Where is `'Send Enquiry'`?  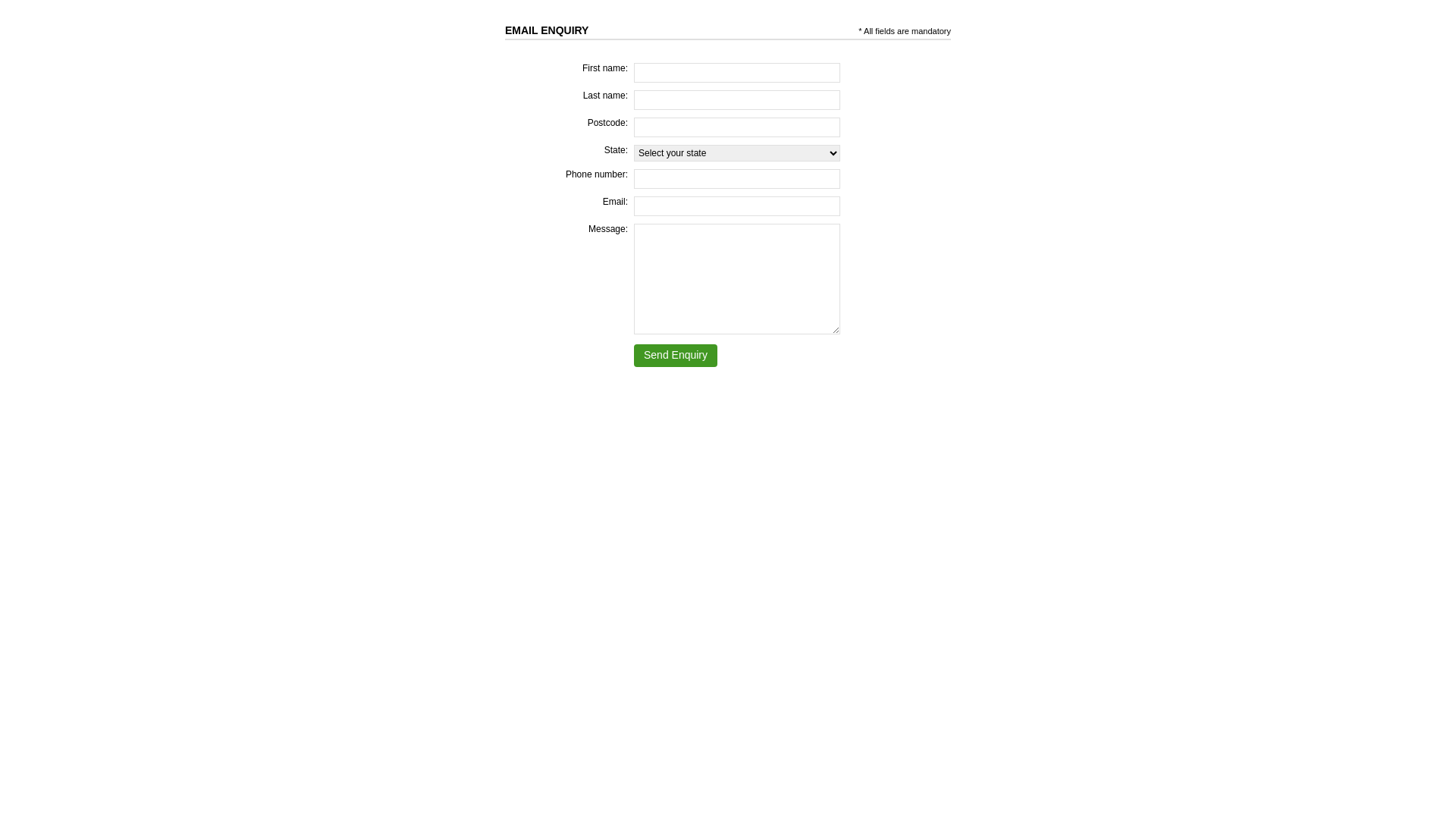 'Send Enquiry' is located at coordinates (675, 356).